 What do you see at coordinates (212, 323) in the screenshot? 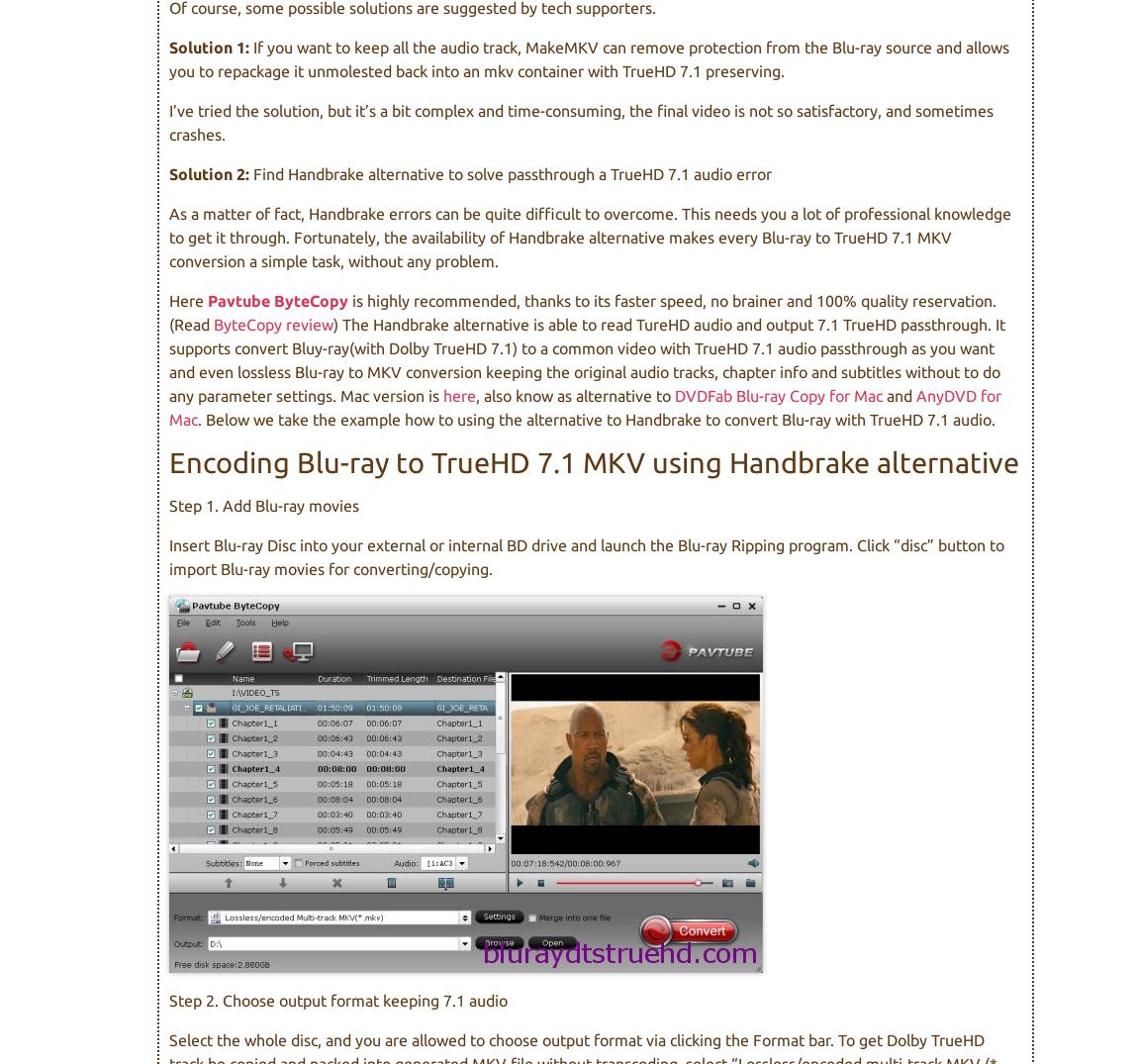
I see `'ByteCopy review'` at bounding box center [212, 323].